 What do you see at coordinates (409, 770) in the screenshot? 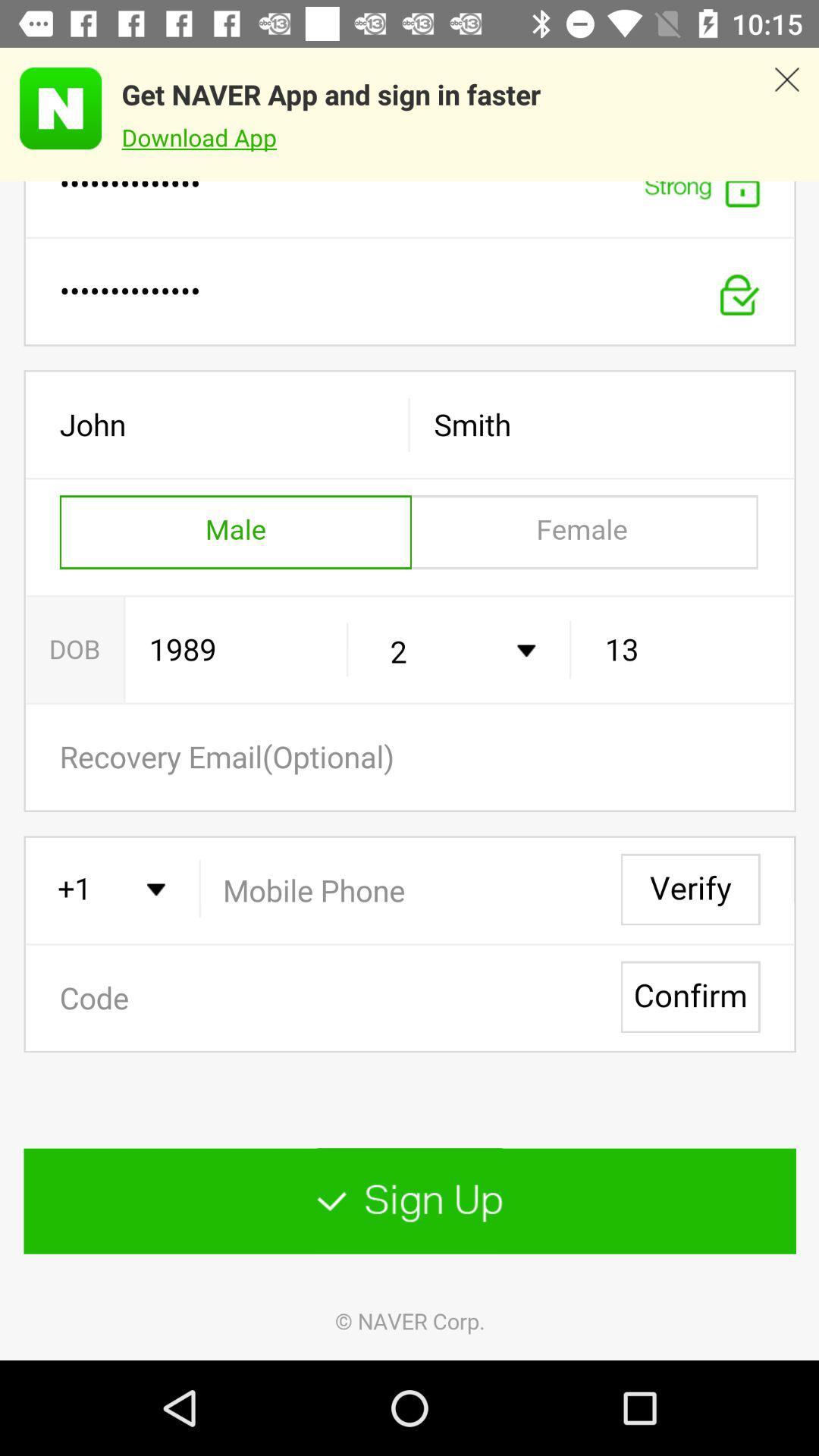
I see `screen button` at bounding box center [409, 770].